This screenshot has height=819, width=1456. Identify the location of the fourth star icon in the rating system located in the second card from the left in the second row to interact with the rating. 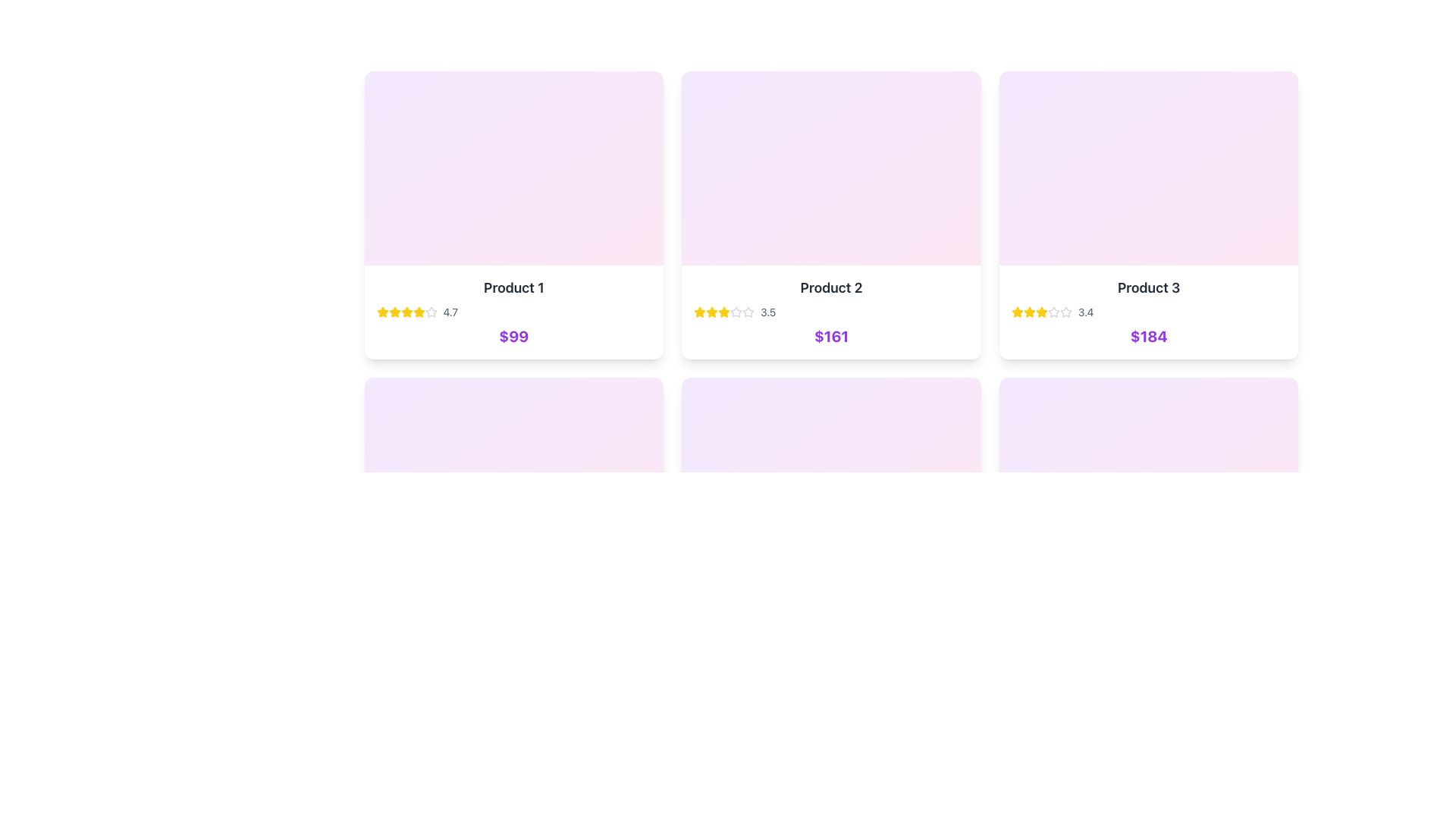
(748, 311).